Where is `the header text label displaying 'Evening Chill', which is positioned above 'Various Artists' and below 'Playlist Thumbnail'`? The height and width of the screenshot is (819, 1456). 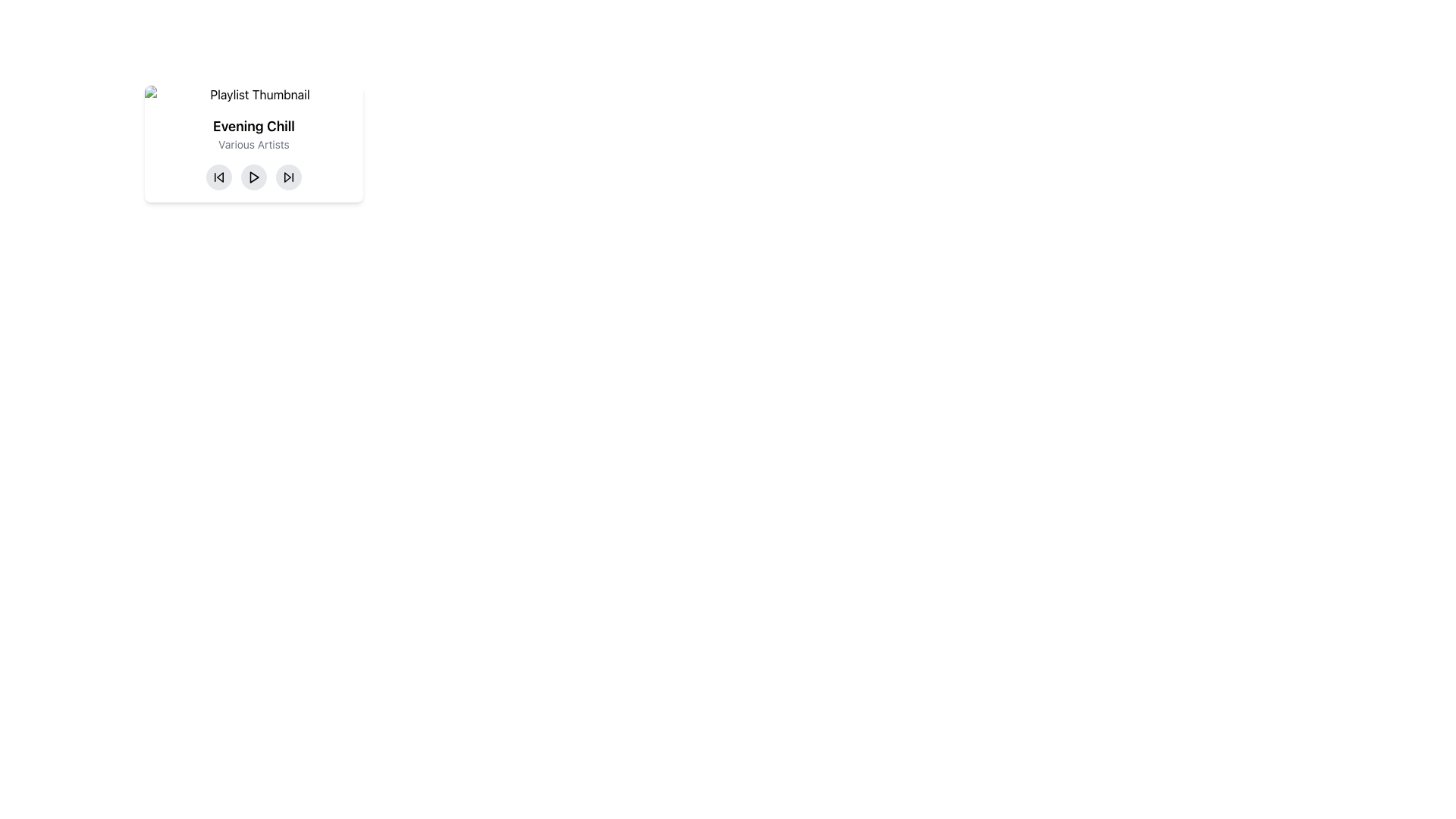
the header text label displaying 'Evening Chill', which is positioned above 'Various Artists' and below 'Playlist Thumbnail' is located at coordinates (254, 125).